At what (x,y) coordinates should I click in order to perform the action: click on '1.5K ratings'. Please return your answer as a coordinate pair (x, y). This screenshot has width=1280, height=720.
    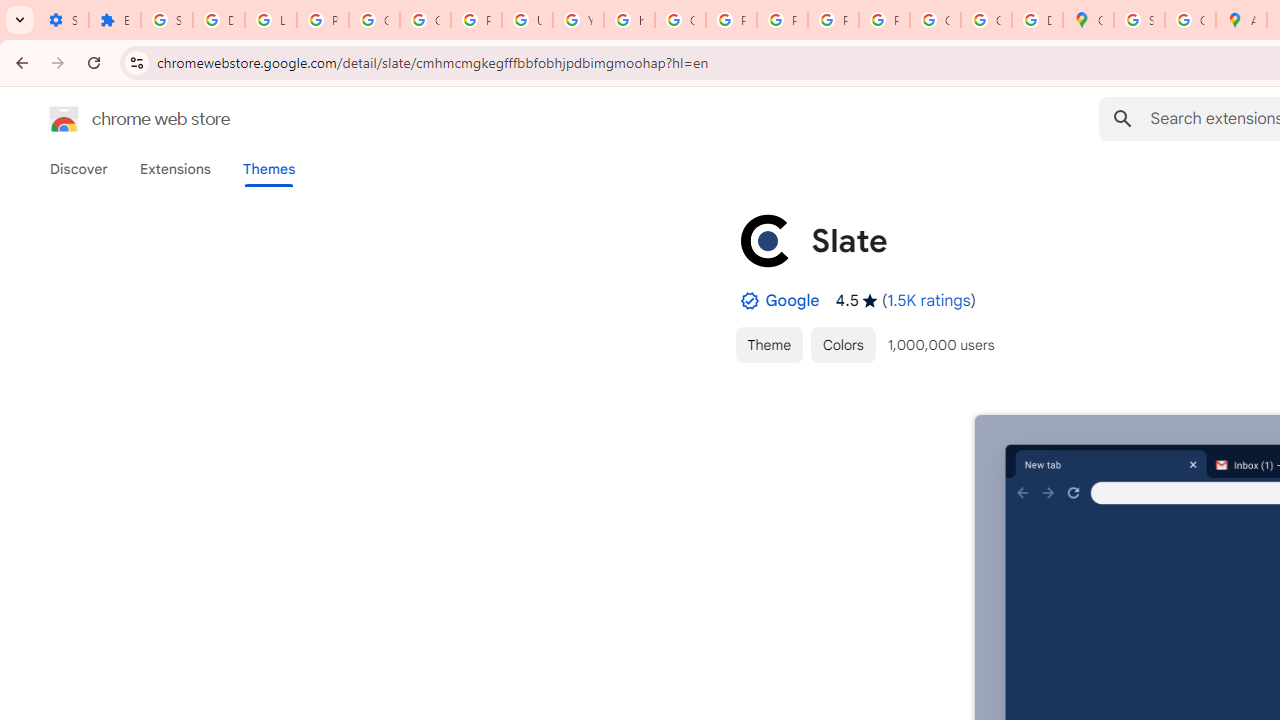
    Looking at the image, I should click on (928, 300).